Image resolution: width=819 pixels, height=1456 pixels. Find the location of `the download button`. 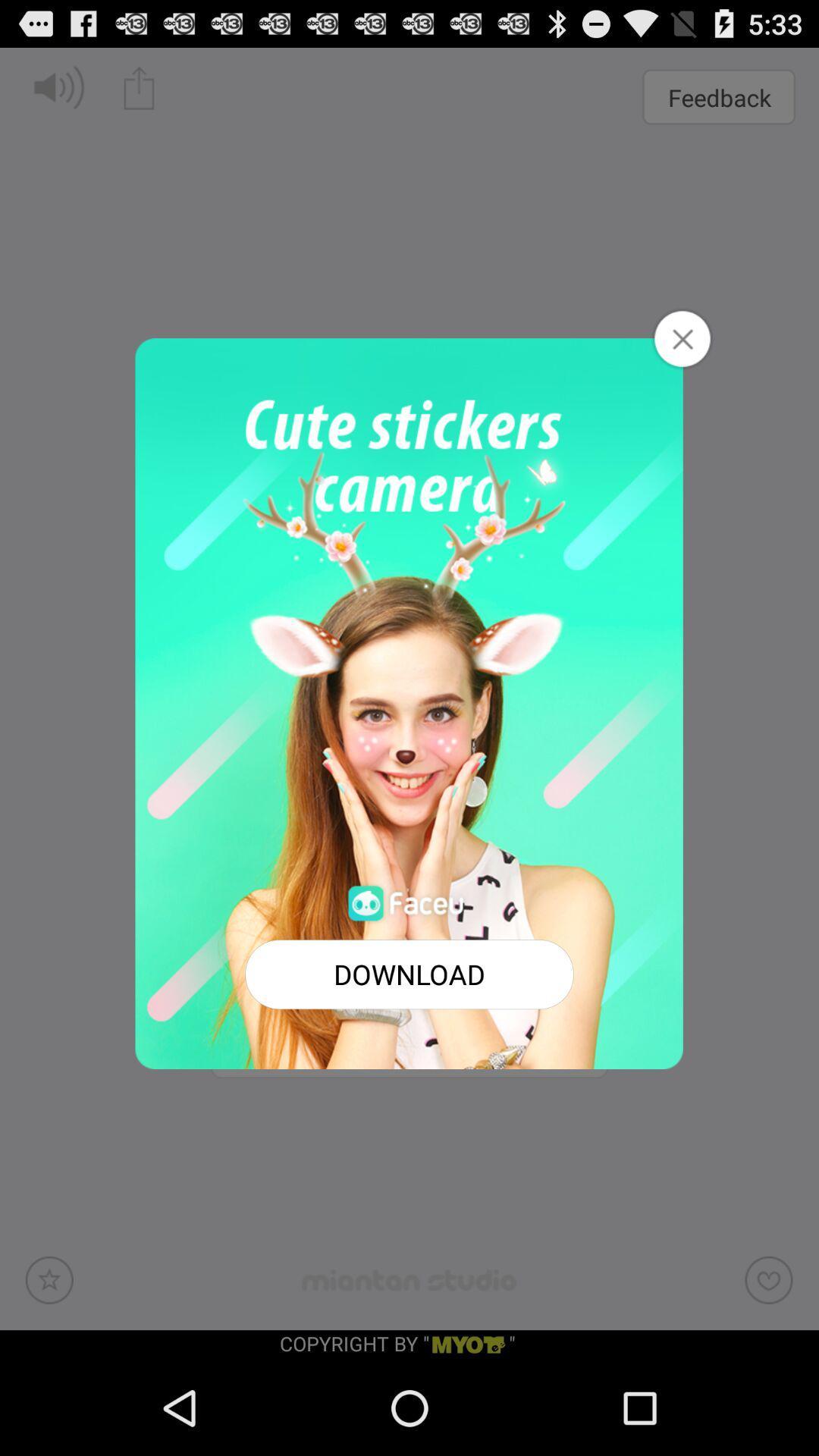

the download button is located at coordinates (409, 974).